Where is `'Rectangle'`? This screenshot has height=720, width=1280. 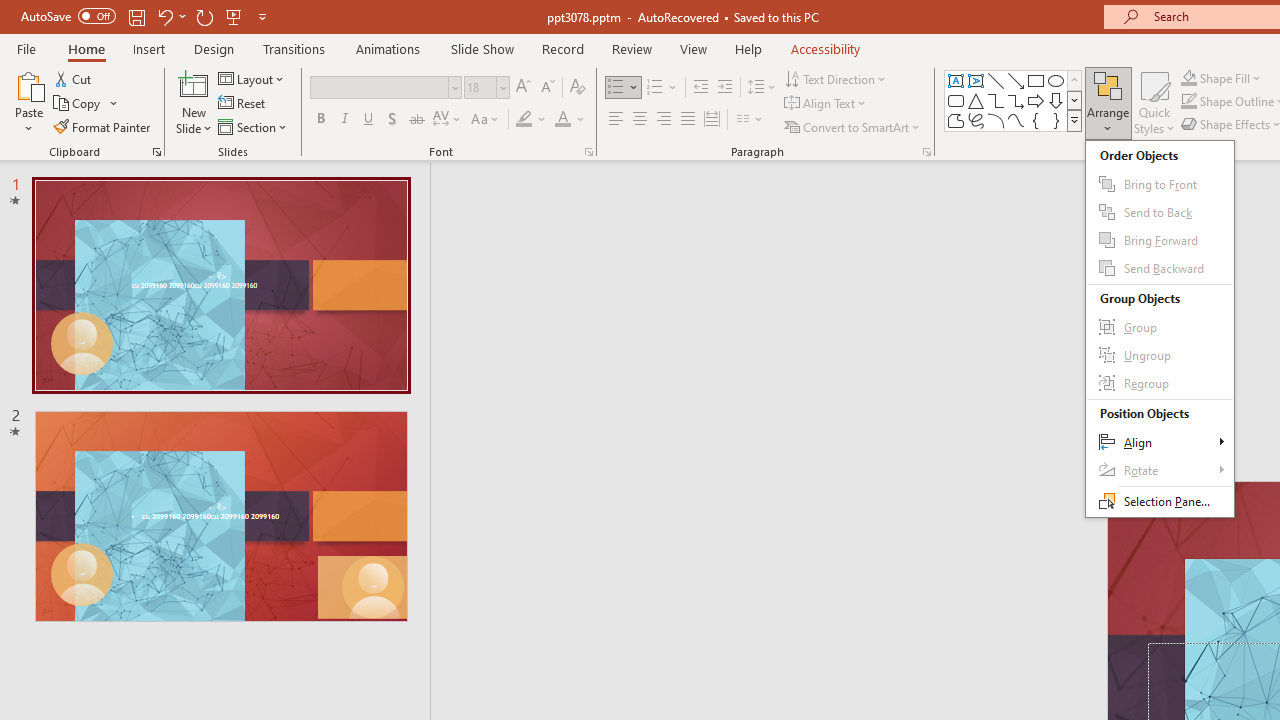 'Rectangle' is located at coordinates (1036, 80).